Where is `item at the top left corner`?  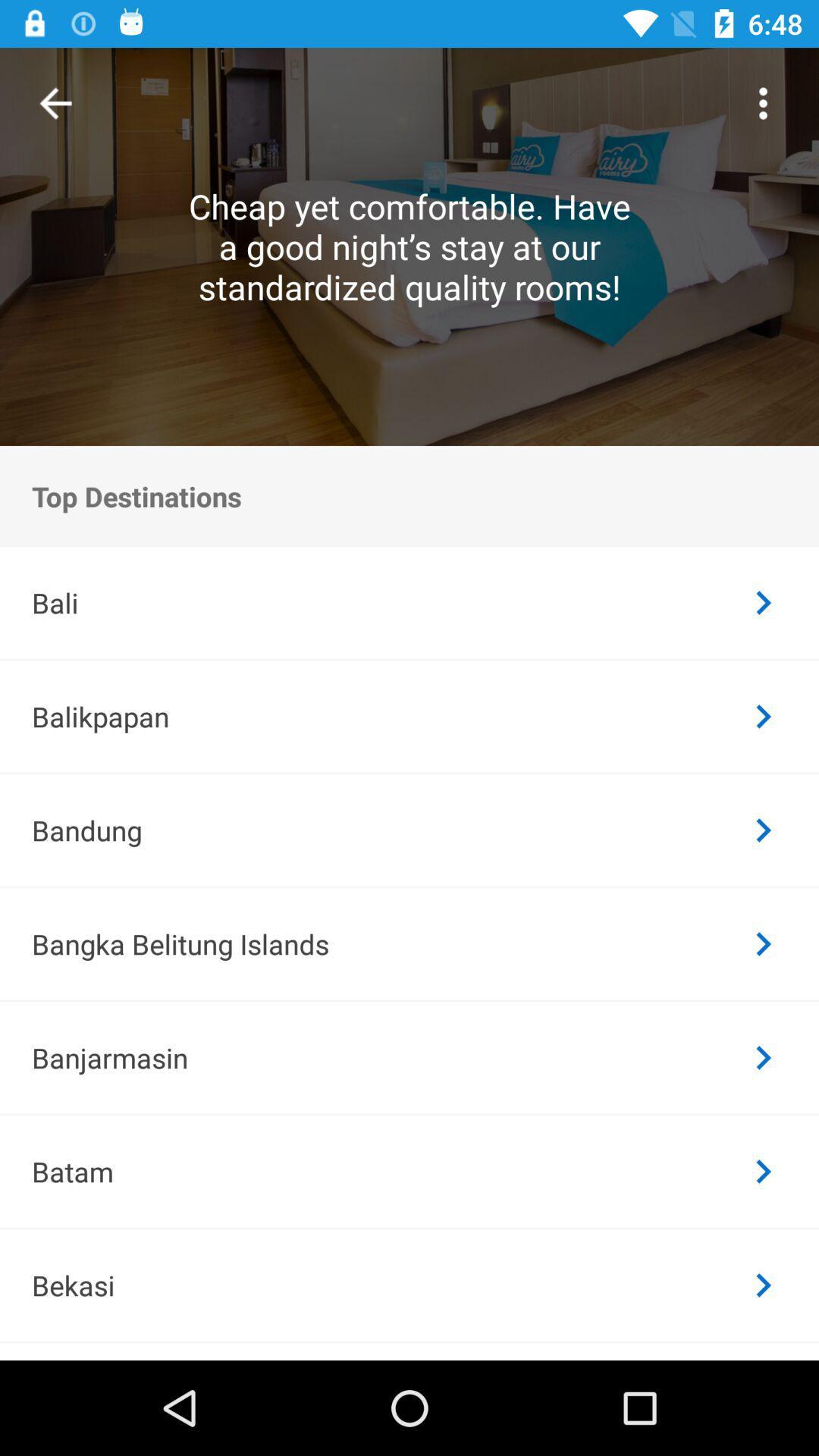 item at the top left corner is located at coordinates (55, 102).